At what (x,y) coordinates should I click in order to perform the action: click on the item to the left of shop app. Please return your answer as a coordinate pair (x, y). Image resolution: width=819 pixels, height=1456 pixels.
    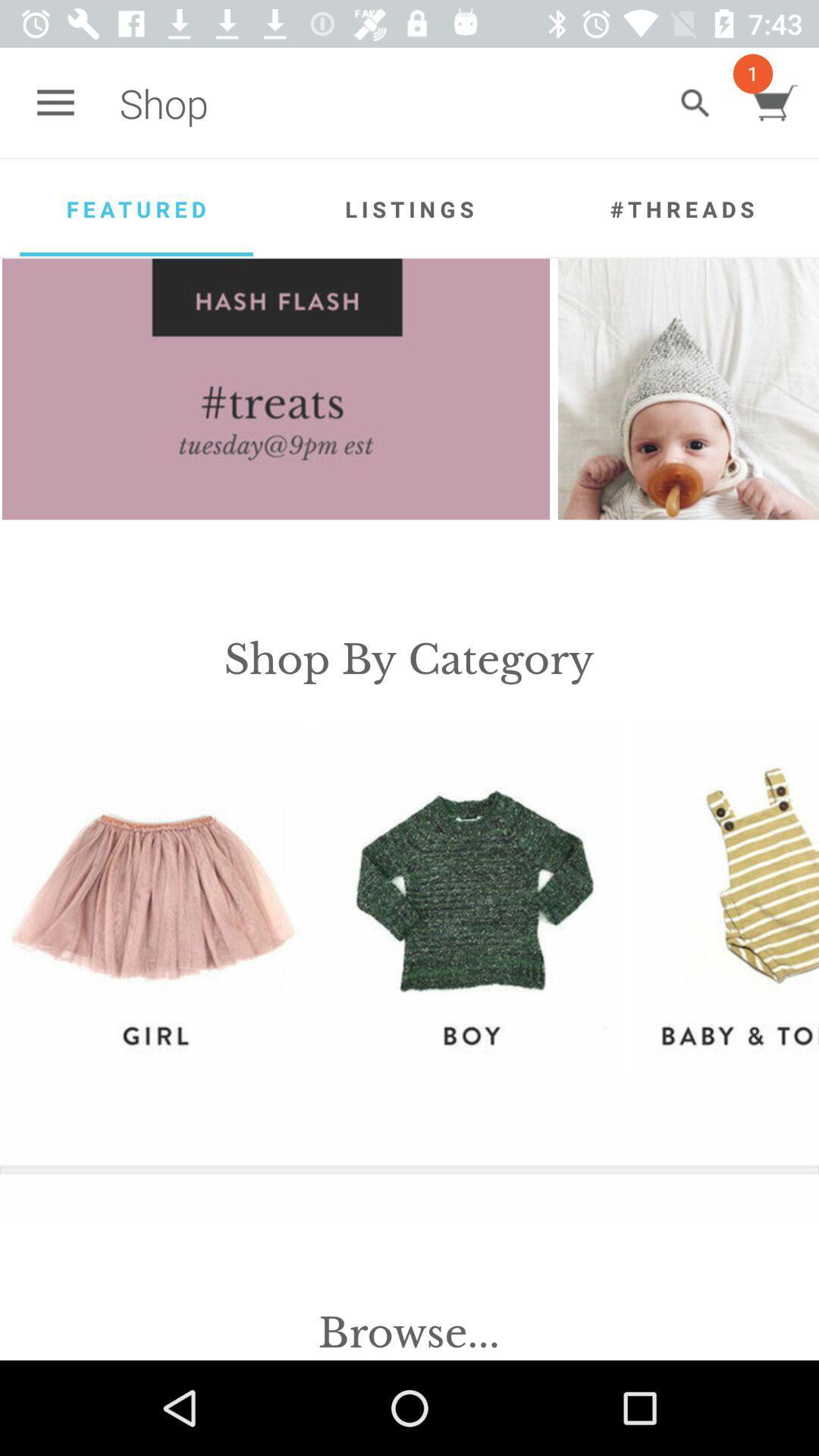
    Looking at the image, I should click on (55, 102).